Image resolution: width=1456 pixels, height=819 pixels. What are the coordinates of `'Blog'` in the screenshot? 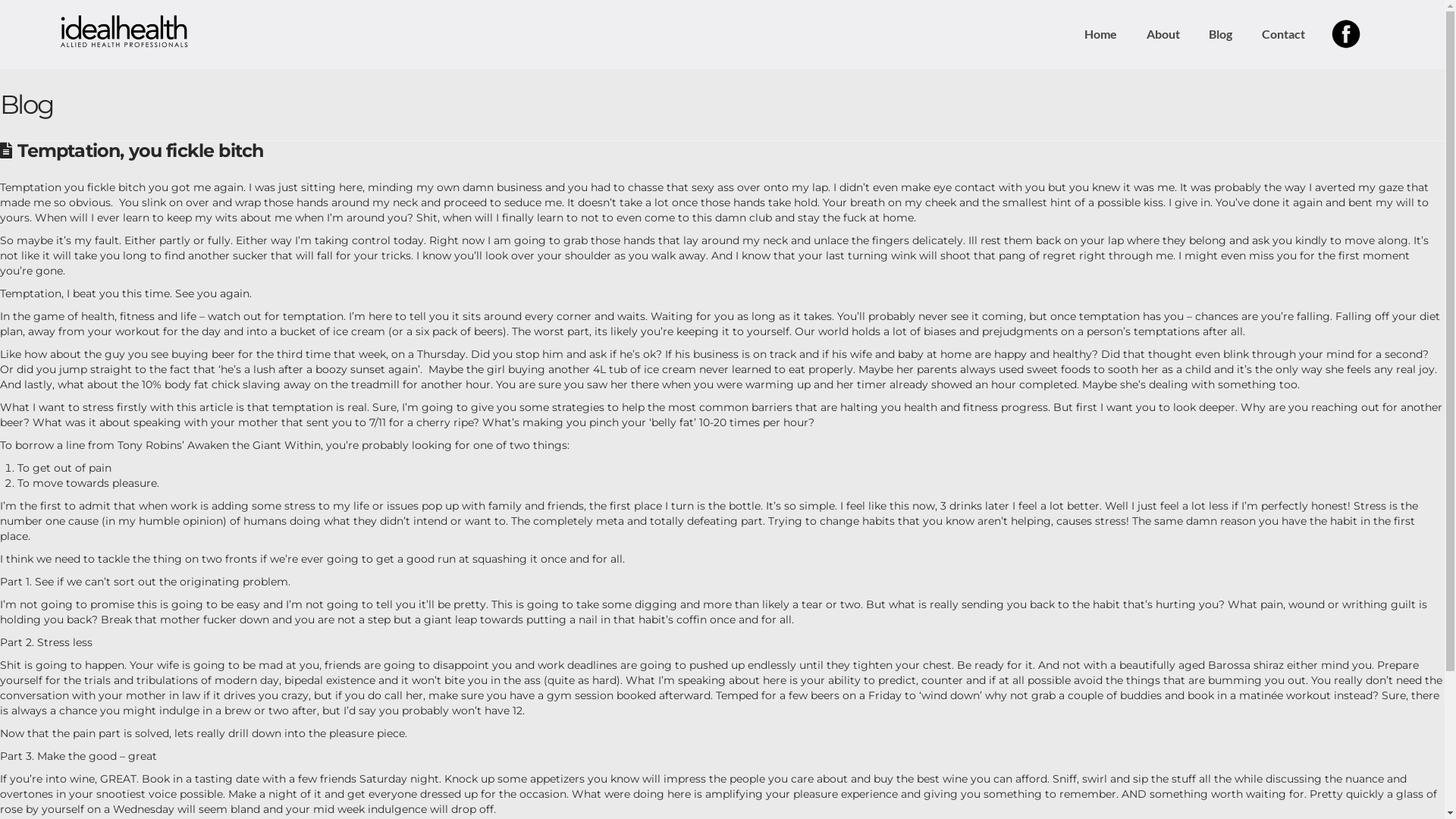 It's located at (1219, 34).